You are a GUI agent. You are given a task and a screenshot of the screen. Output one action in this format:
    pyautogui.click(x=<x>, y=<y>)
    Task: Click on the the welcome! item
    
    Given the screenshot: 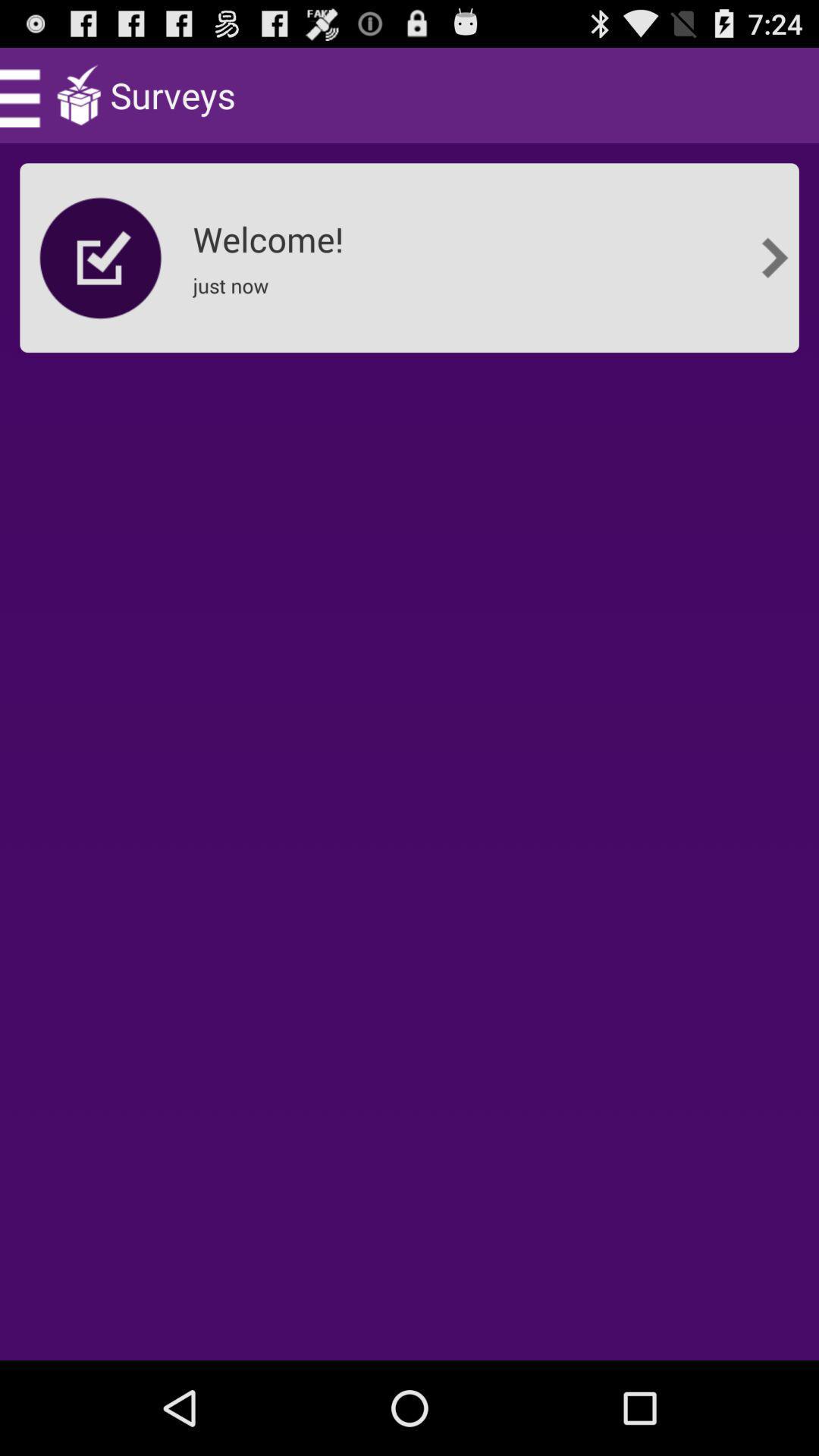 What is the action you would take?
    pyautogui.click(x=271, y=234)
    